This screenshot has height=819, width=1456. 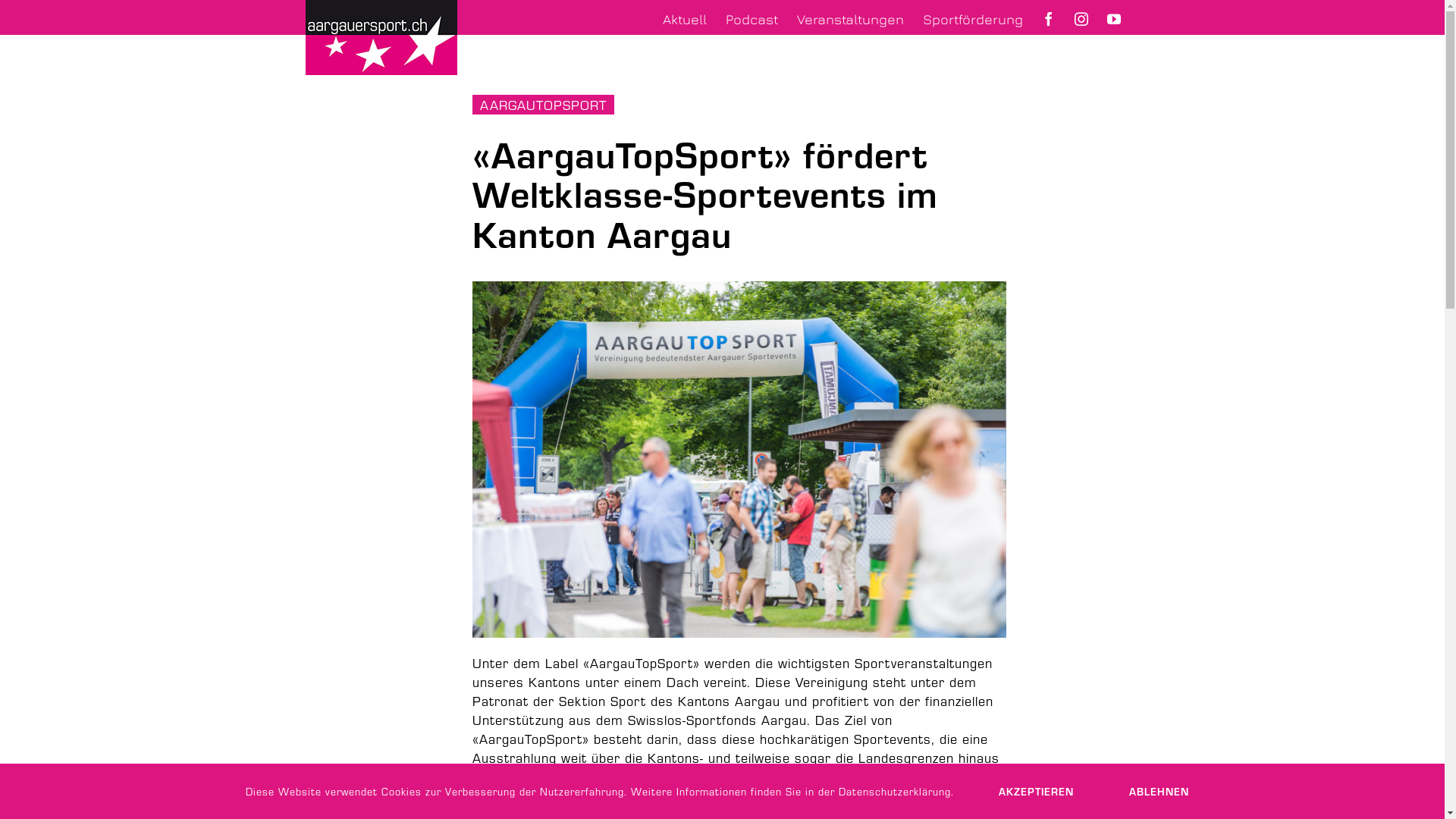 I want to click on 'Aargauersport auf YouTube', so click(x=1113, y=20).